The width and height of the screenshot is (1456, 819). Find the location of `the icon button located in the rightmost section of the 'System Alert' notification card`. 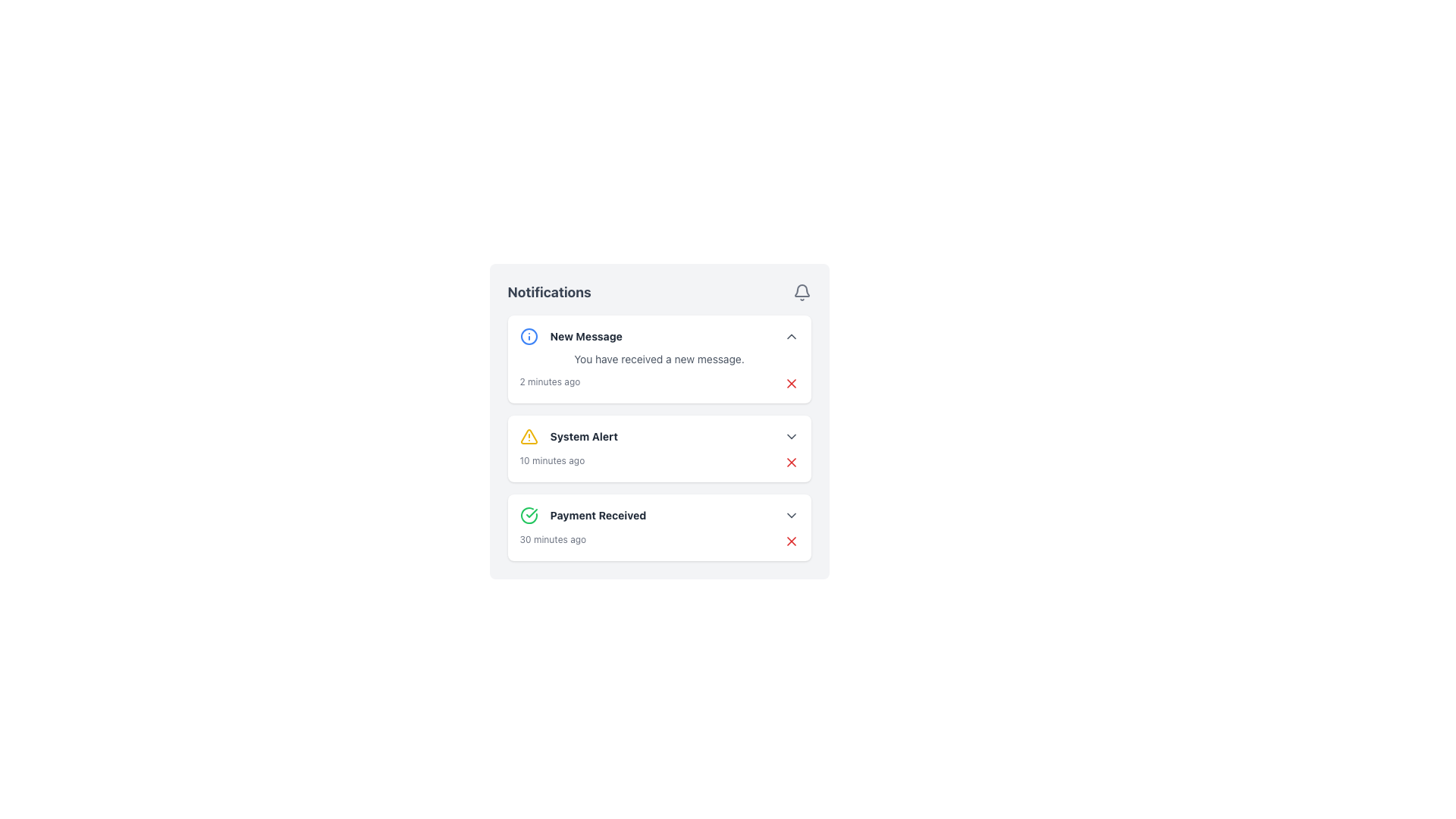

the icon button located in the rightmost section of the 'System Alert' notification card is located at coordinates (790, 436).